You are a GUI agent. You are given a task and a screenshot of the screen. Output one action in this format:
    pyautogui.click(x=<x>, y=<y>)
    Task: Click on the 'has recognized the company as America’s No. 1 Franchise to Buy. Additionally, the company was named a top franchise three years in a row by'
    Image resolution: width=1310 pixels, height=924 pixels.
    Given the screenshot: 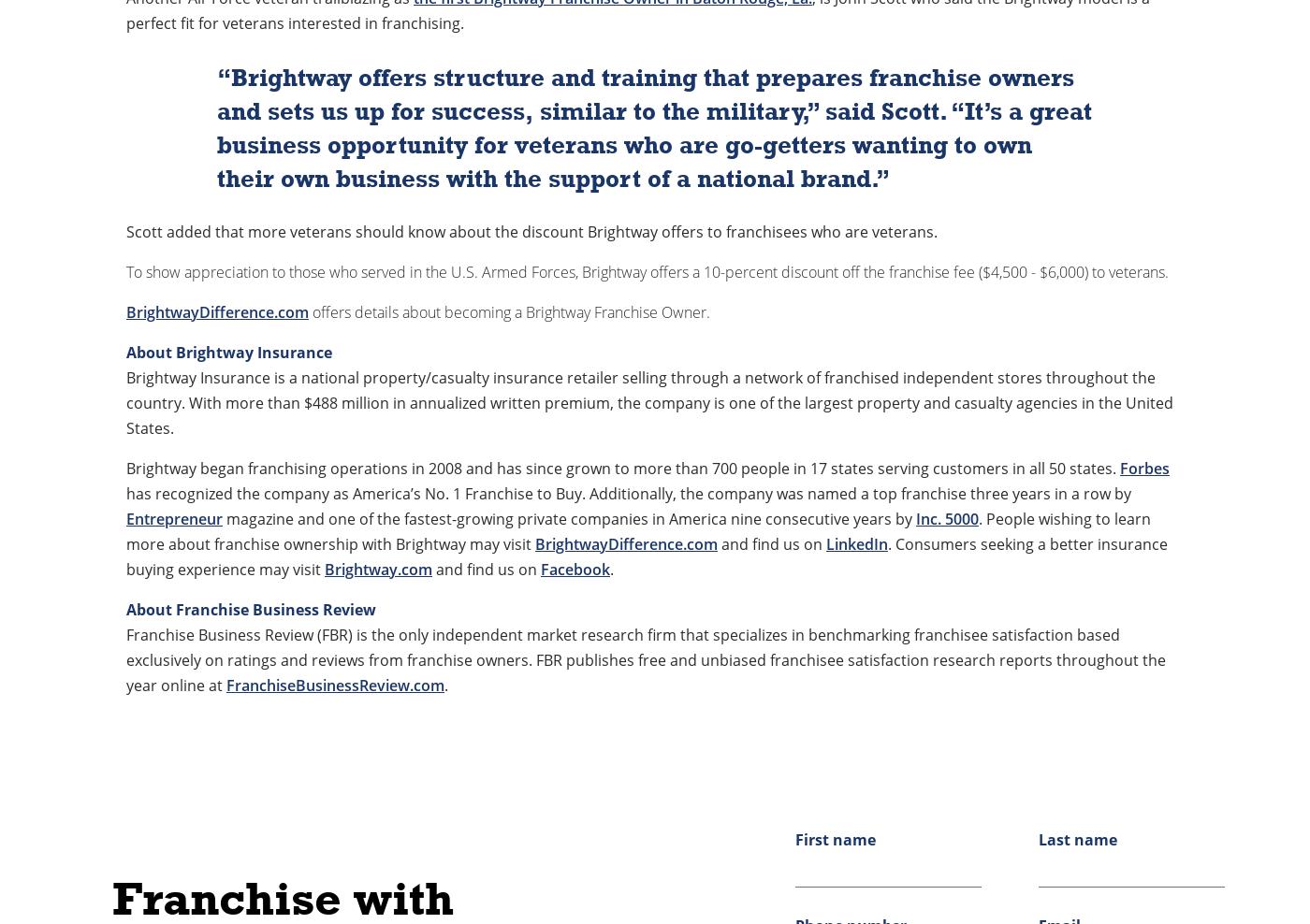 What is the action you would take?
    pyautogui.click(x=629, y=491)
    